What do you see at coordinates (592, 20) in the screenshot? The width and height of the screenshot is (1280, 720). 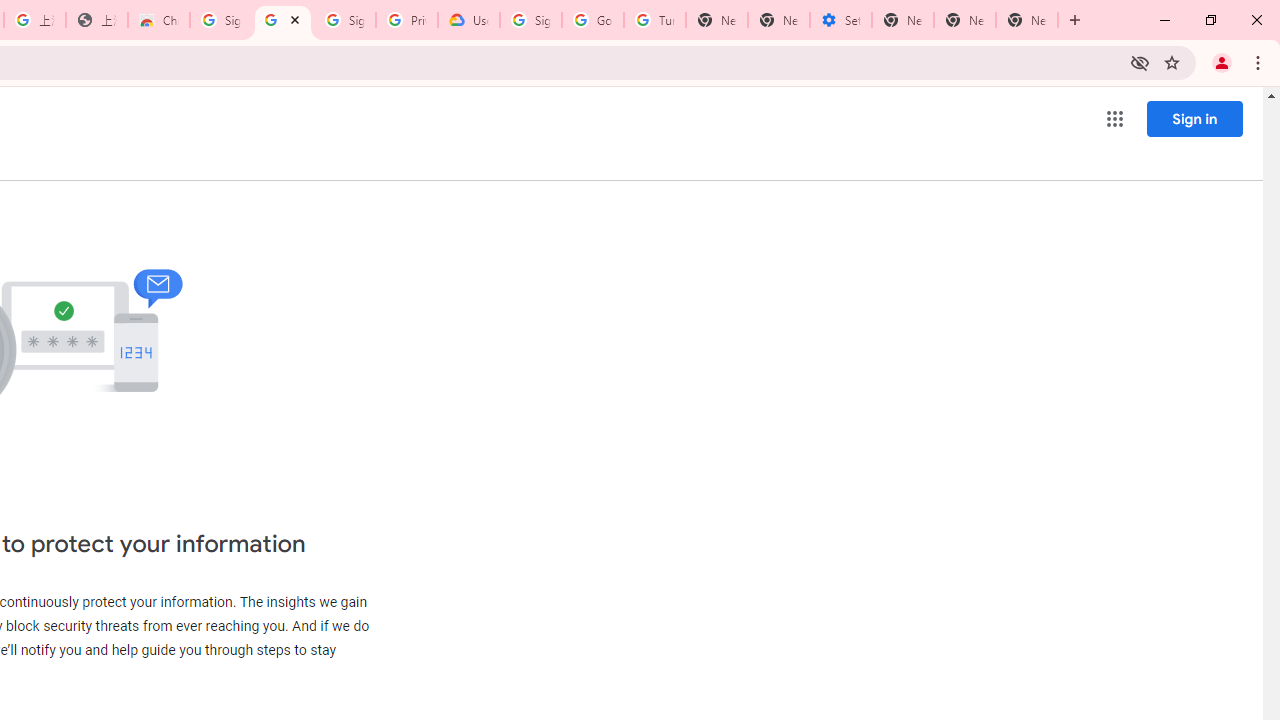 I see `'Google Account Help'` at bounding box center [592, 20].